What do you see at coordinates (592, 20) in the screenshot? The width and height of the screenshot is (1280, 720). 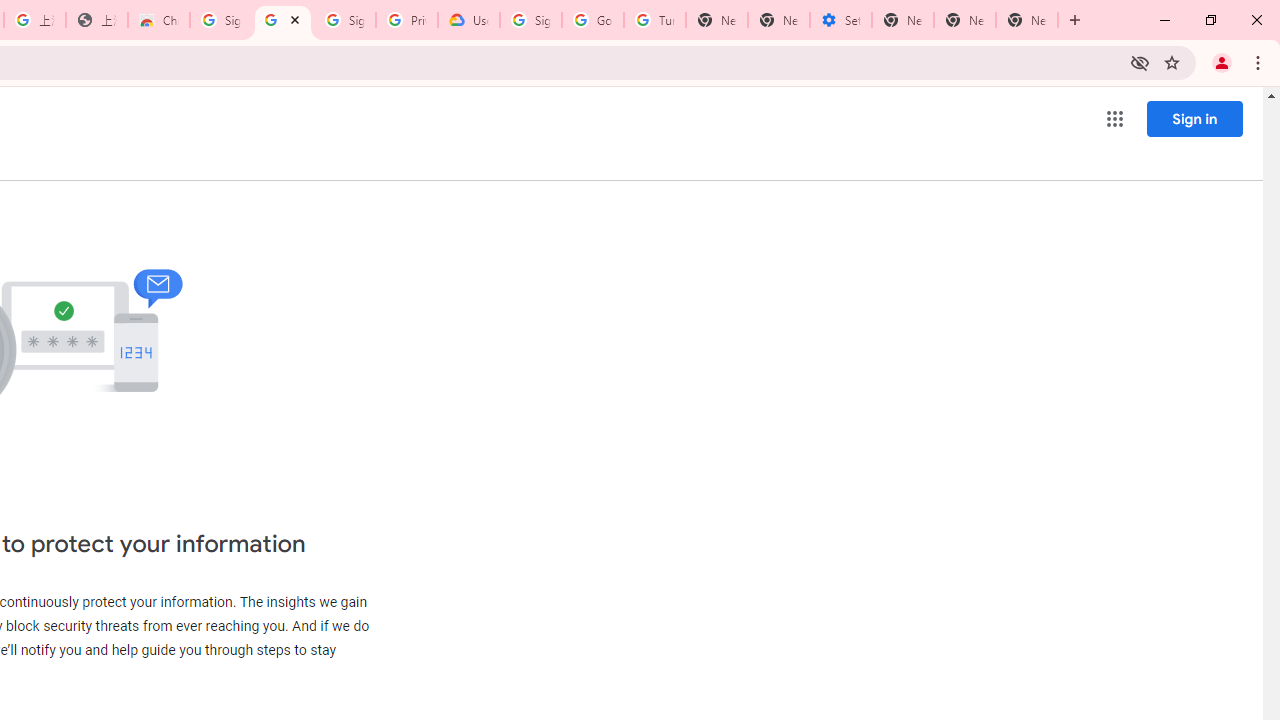 I see `'Google Account Help'` at bounding box center [592, 20].